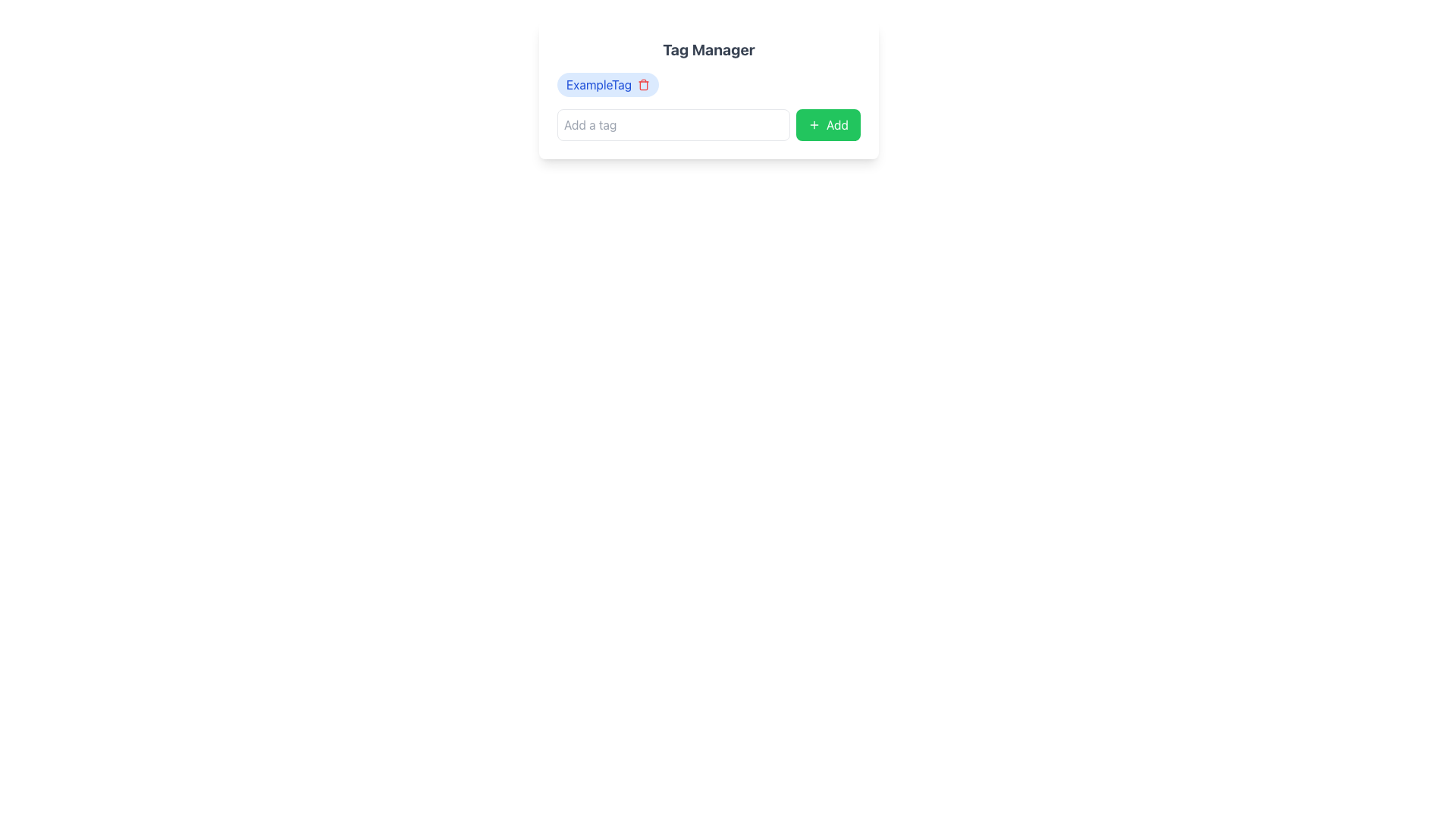  What do you see at coordinates (644, 84) in the screenshot?
I see `the Icon Button that allows users` at bounding box center [644, 84].